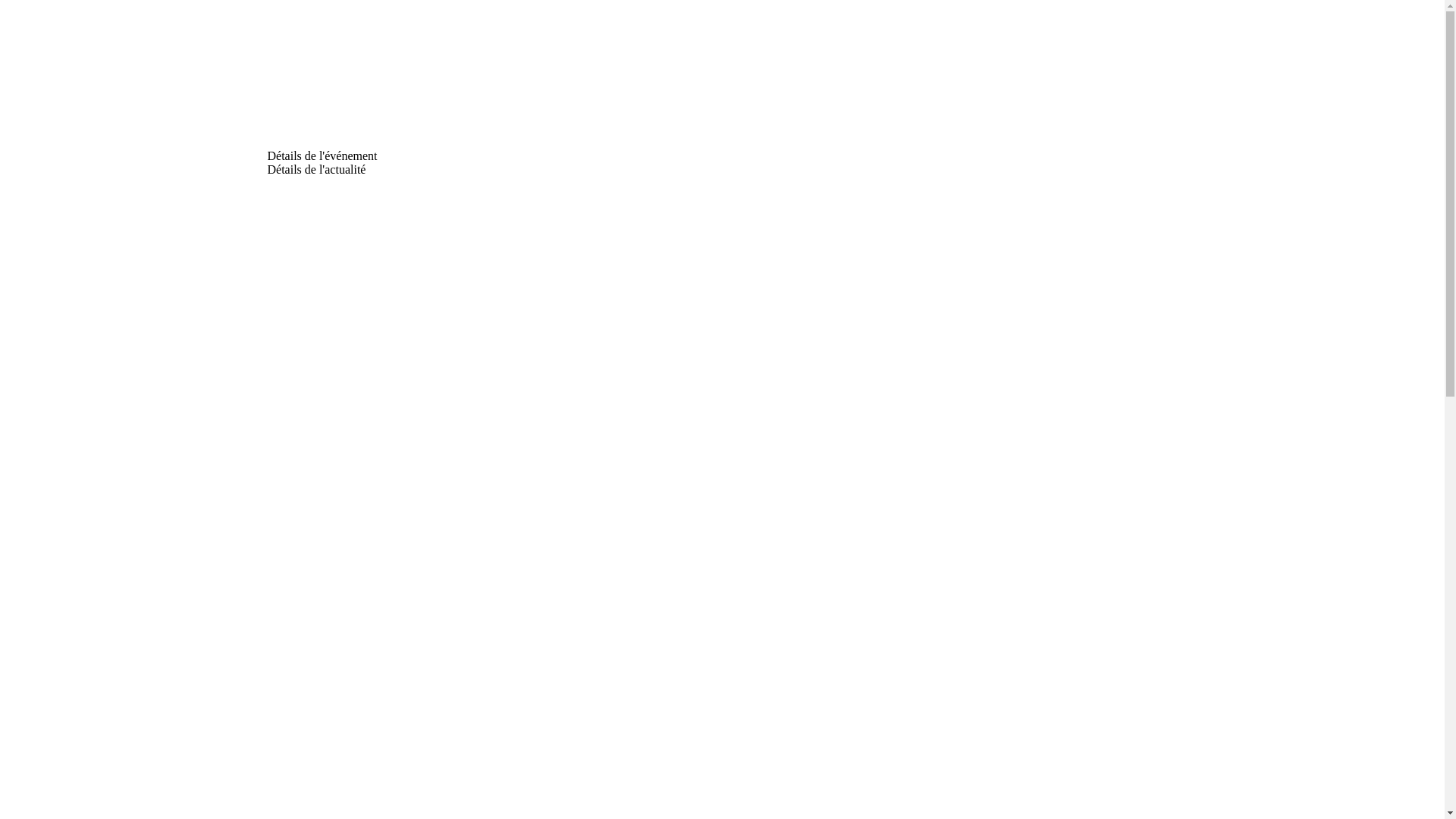  I want to click on 'Resist', so click(321, 77).